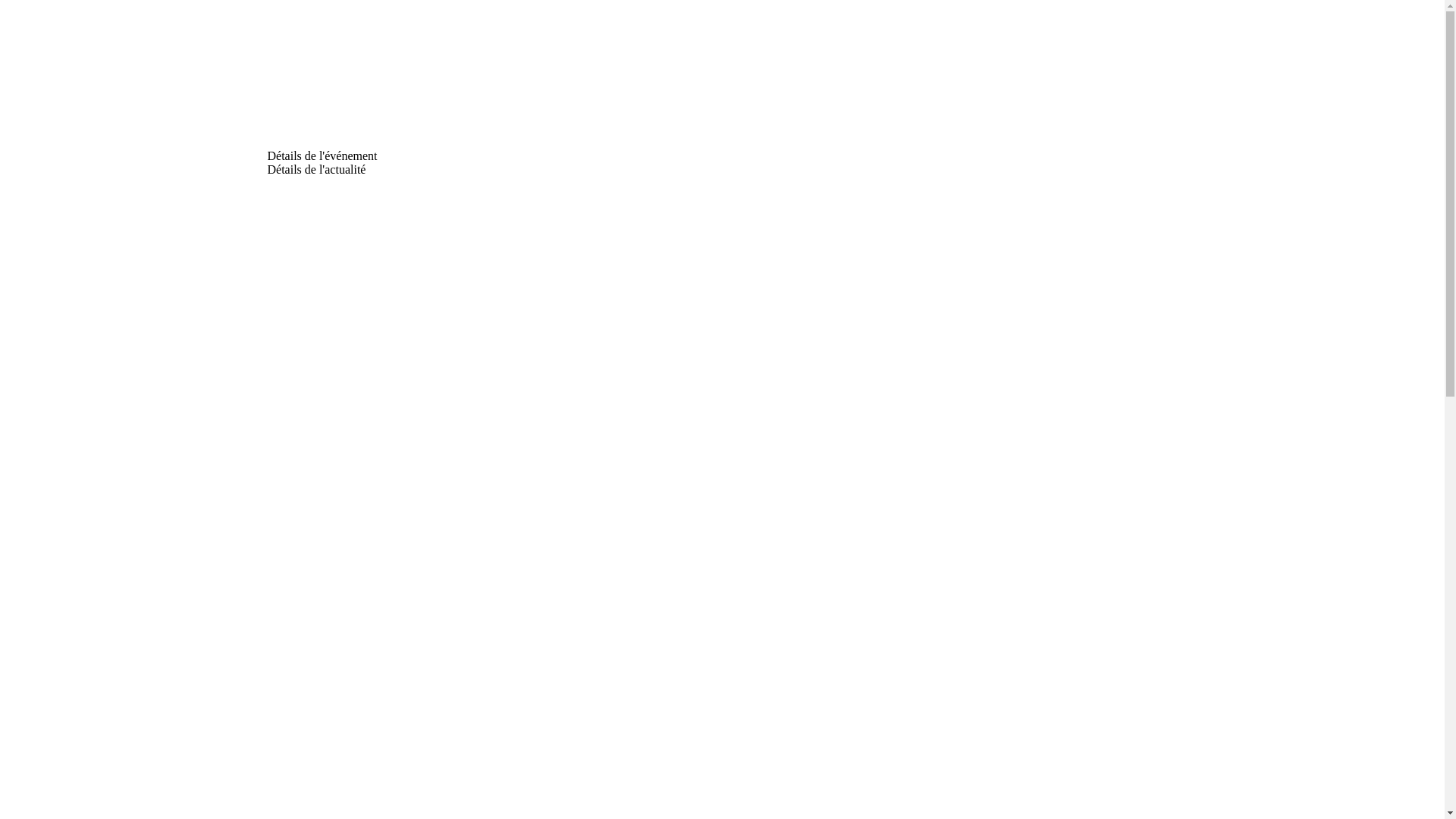  I want to click on 'Resist', so click(321, 77).